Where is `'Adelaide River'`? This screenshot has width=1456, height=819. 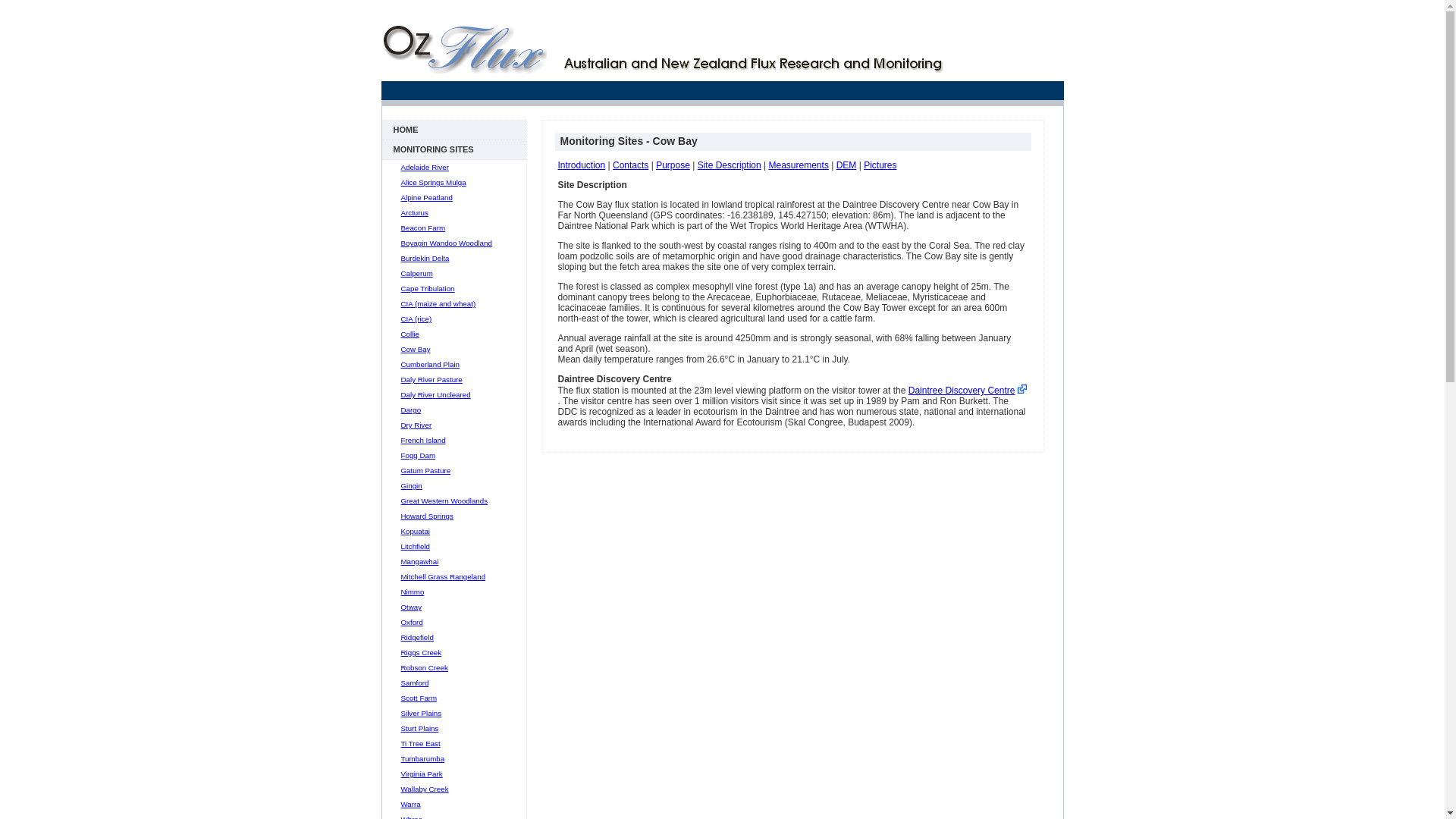
'Adelaide River' is located at coordinates (424, 167).